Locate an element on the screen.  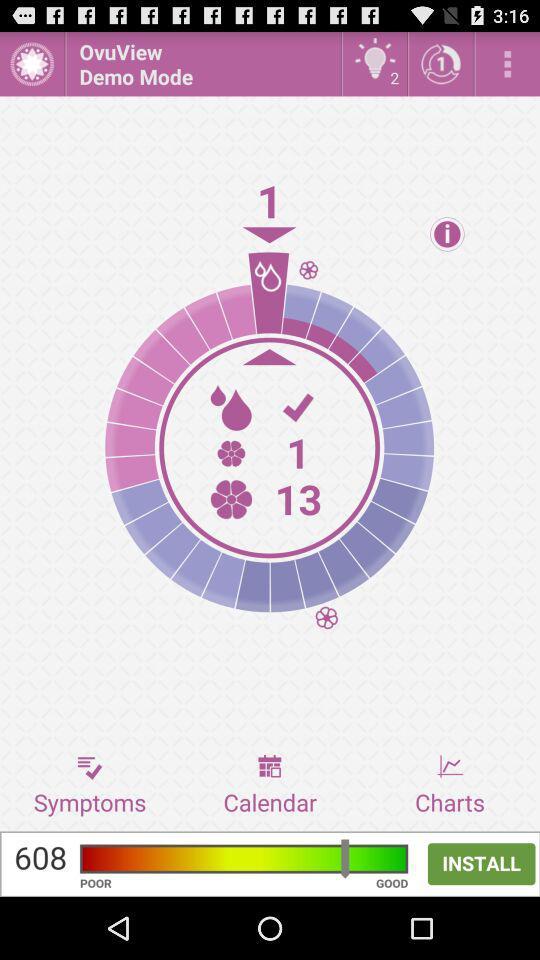
click the button is located at coordinates (31, 63).